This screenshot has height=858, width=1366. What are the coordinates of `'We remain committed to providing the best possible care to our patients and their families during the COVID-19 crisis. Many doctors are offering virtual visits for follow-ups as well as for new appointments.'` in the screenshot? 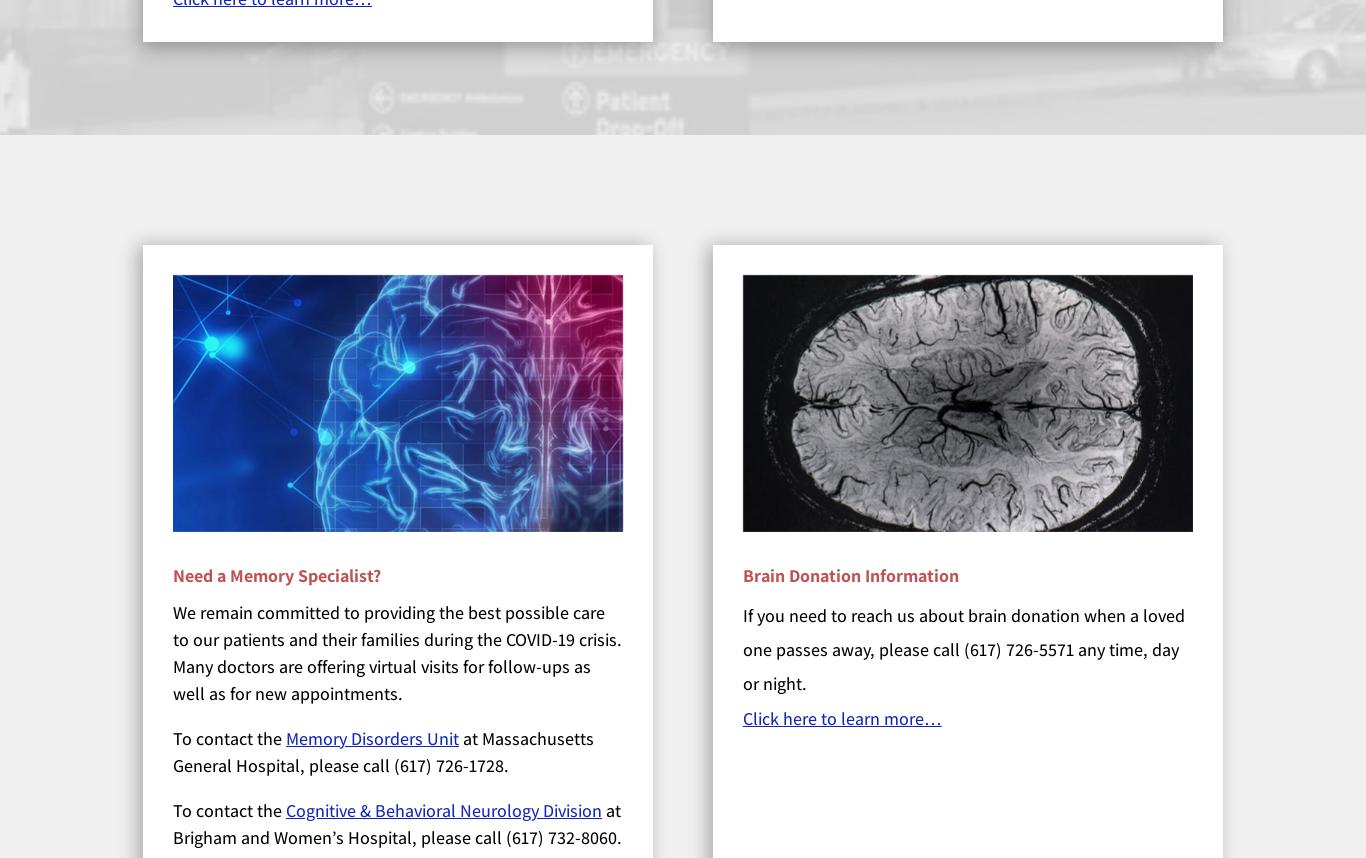 It's located at (396, 650).